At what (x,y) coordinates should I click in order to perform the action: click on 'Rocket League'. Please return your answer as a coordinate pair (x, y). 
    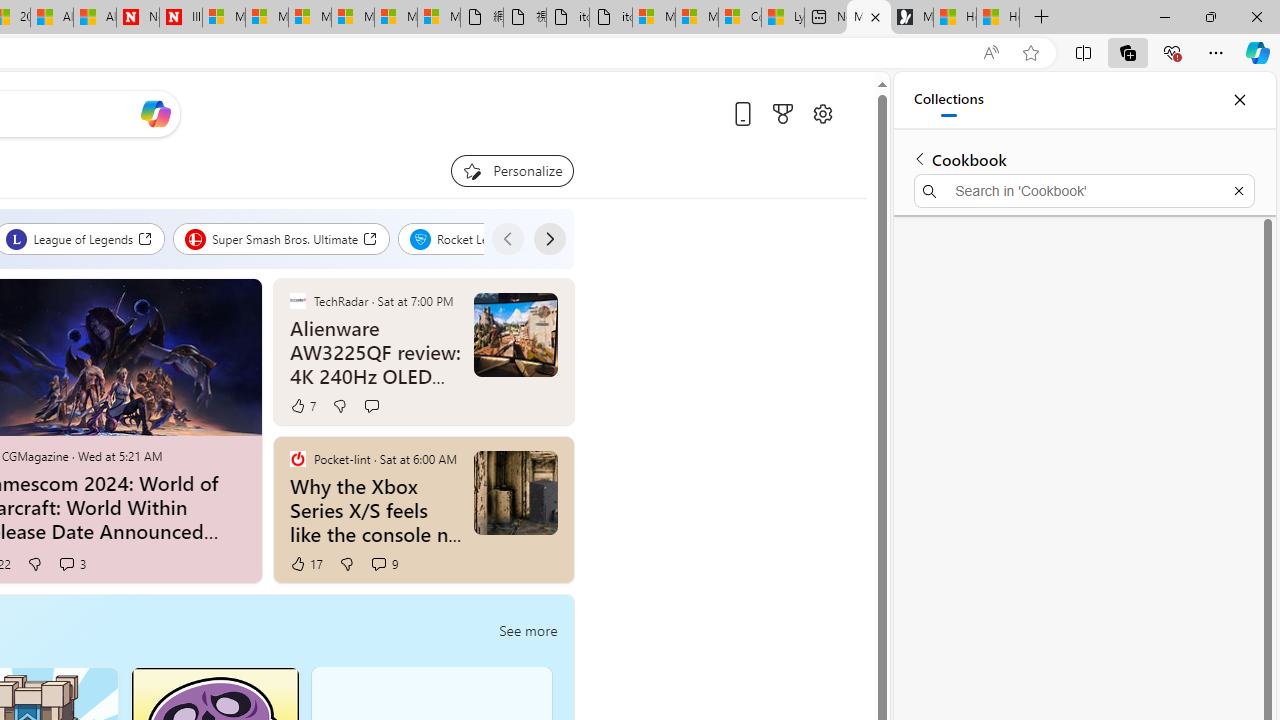
    Looking at the image, I should click on (471, 238).